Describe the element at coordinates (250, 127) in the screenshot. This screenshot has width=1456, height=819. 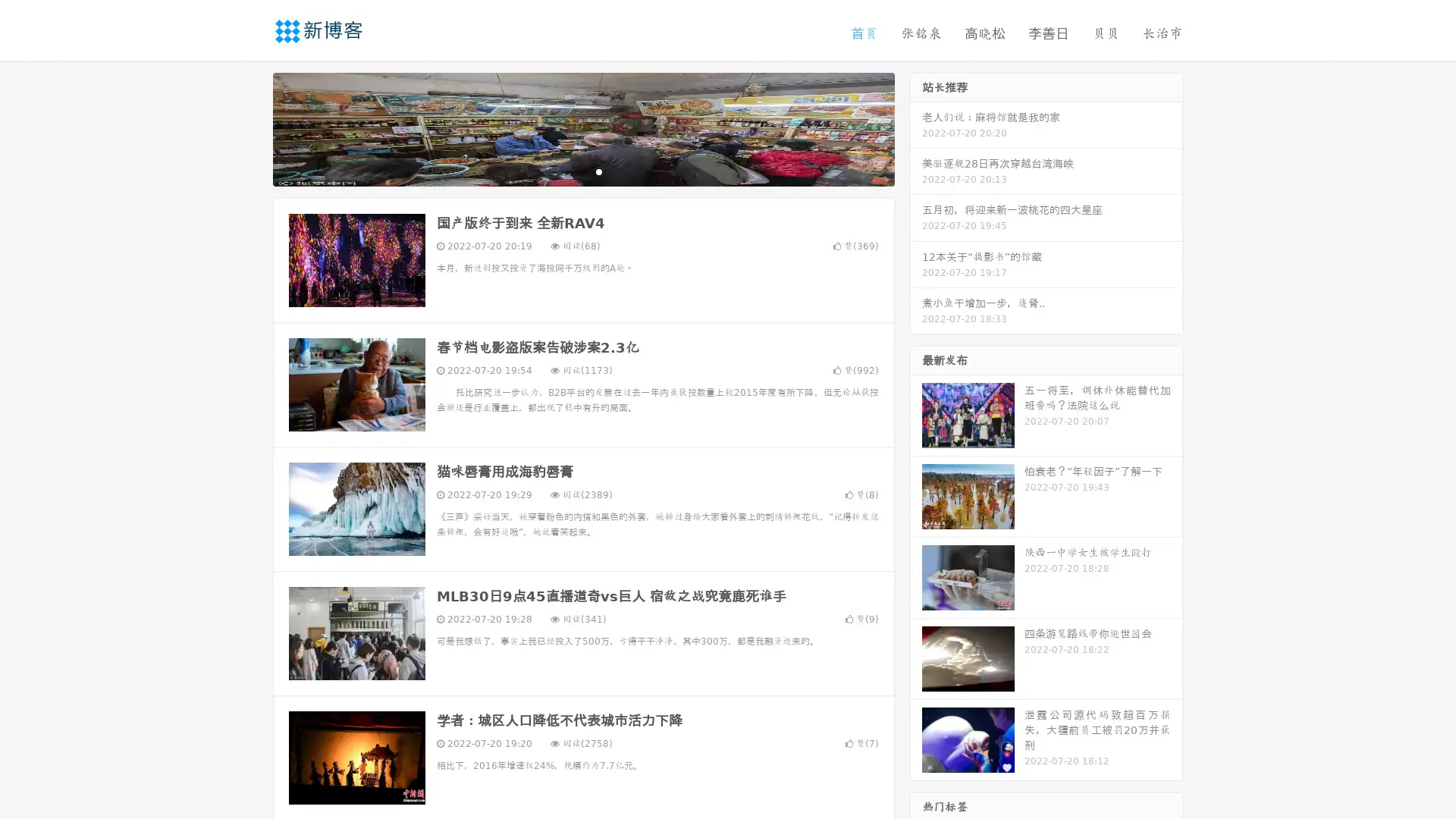
I see `Previous slide` at that location.